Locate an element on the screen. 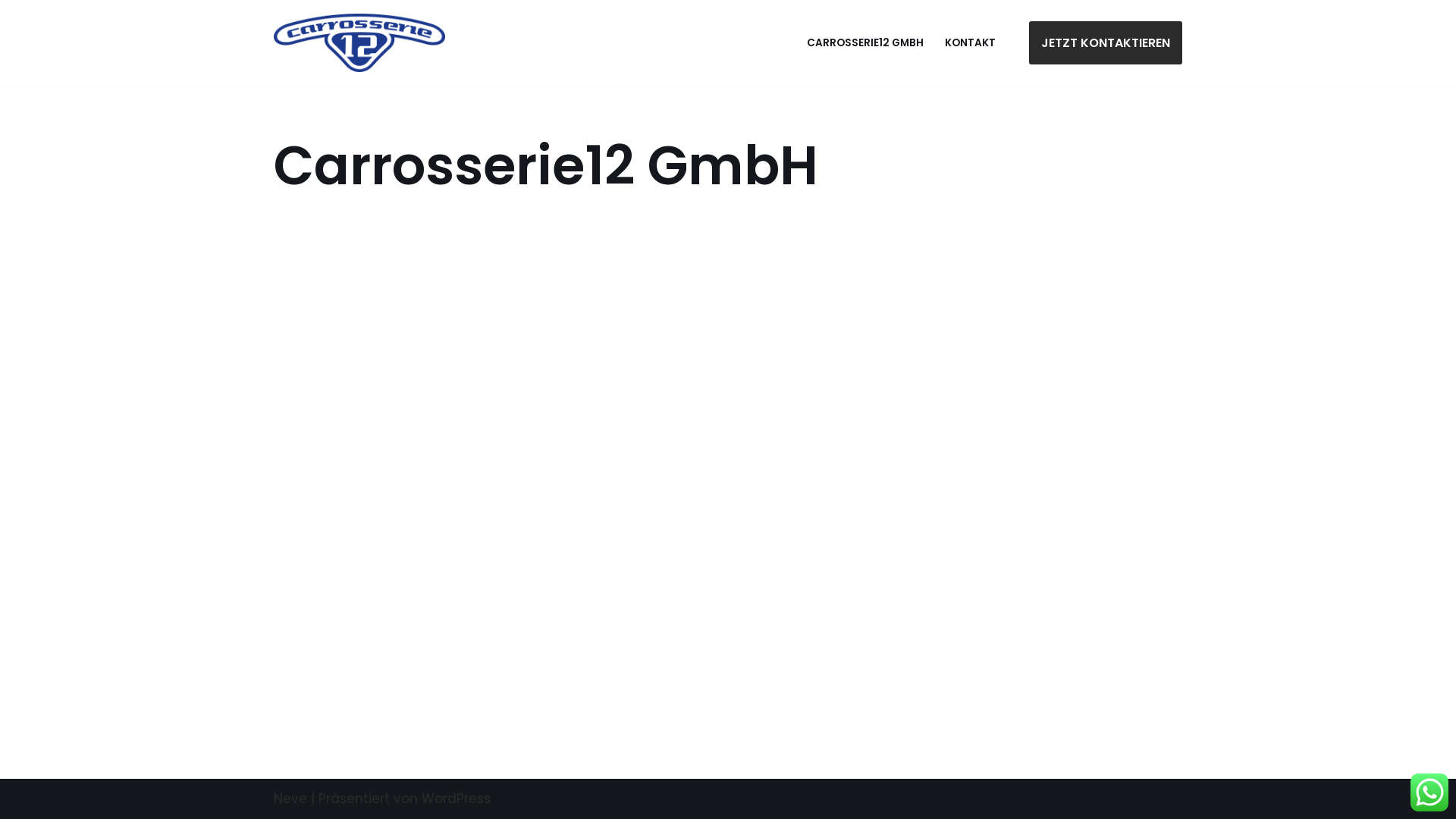 The width and height of the screenshot is (1456, 819). 'KONTAKT' is located at coordinates (969, 42).